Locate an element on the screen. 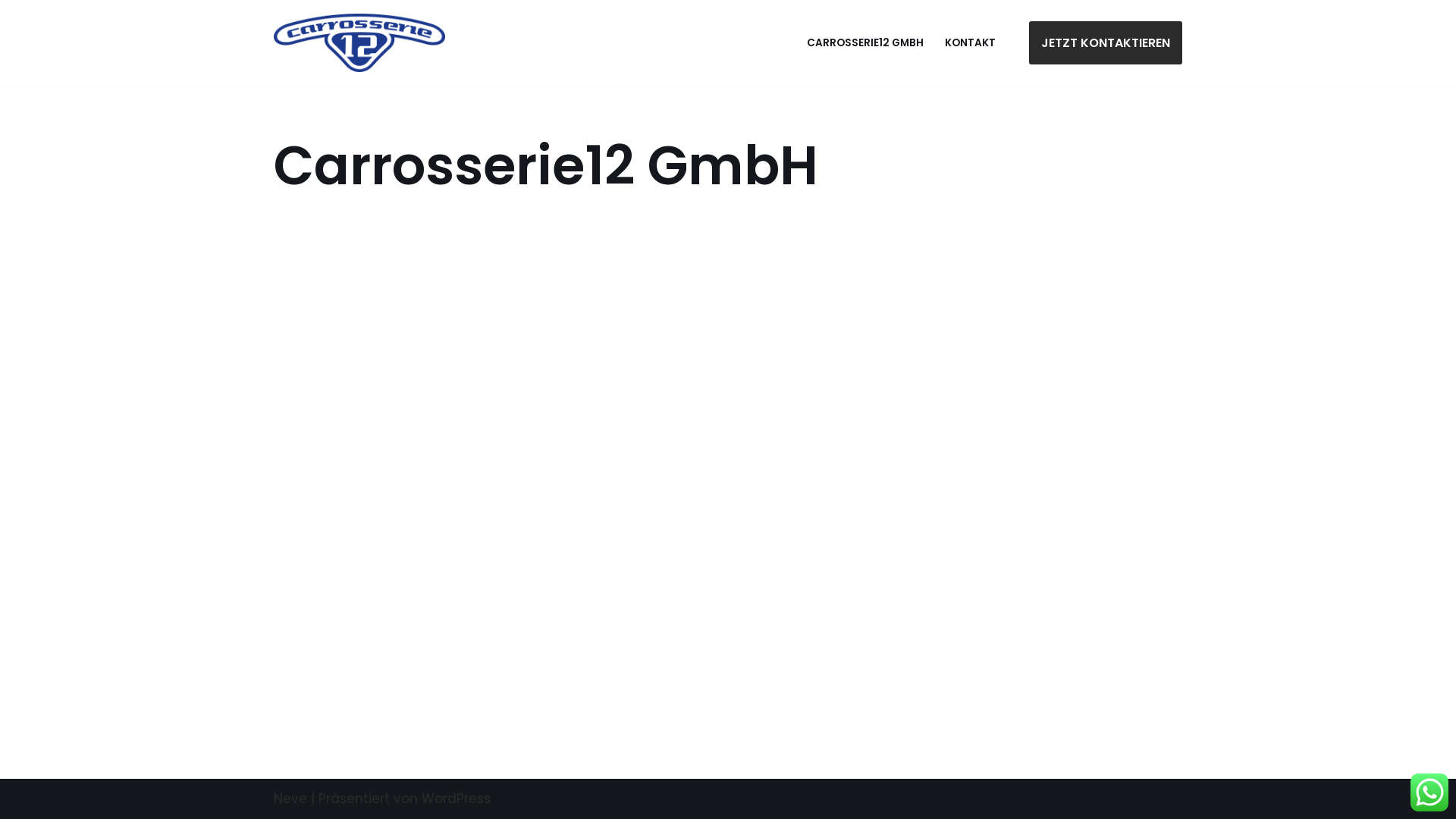 The width and height of the screenshot is (1456, 819). 'KONTAKT' is located at coordinates (969, 42).